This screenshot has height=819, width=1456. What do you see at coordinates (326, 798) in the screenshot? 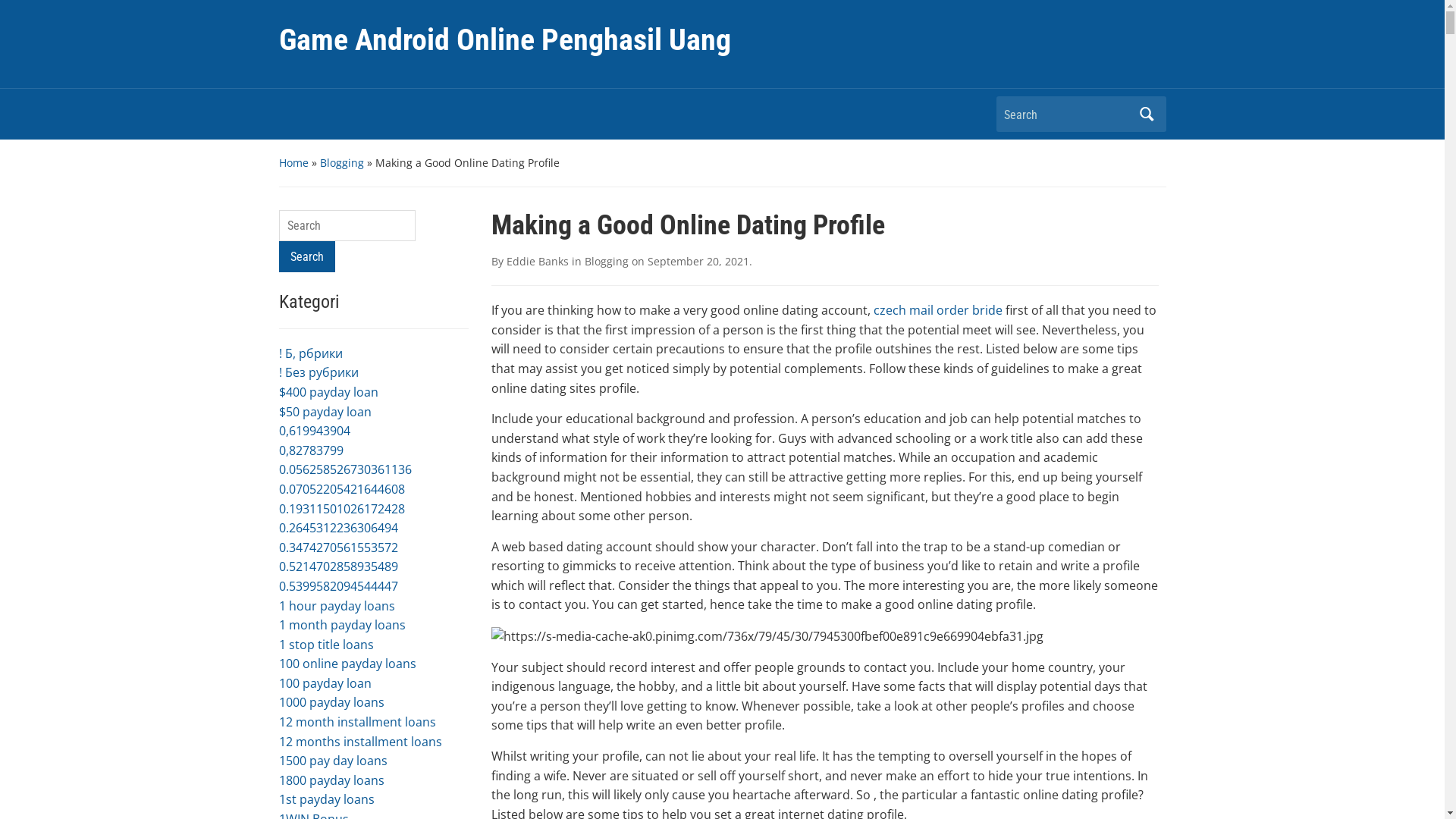
I see `'1st payday loans'` at bounding box center [326, 798].